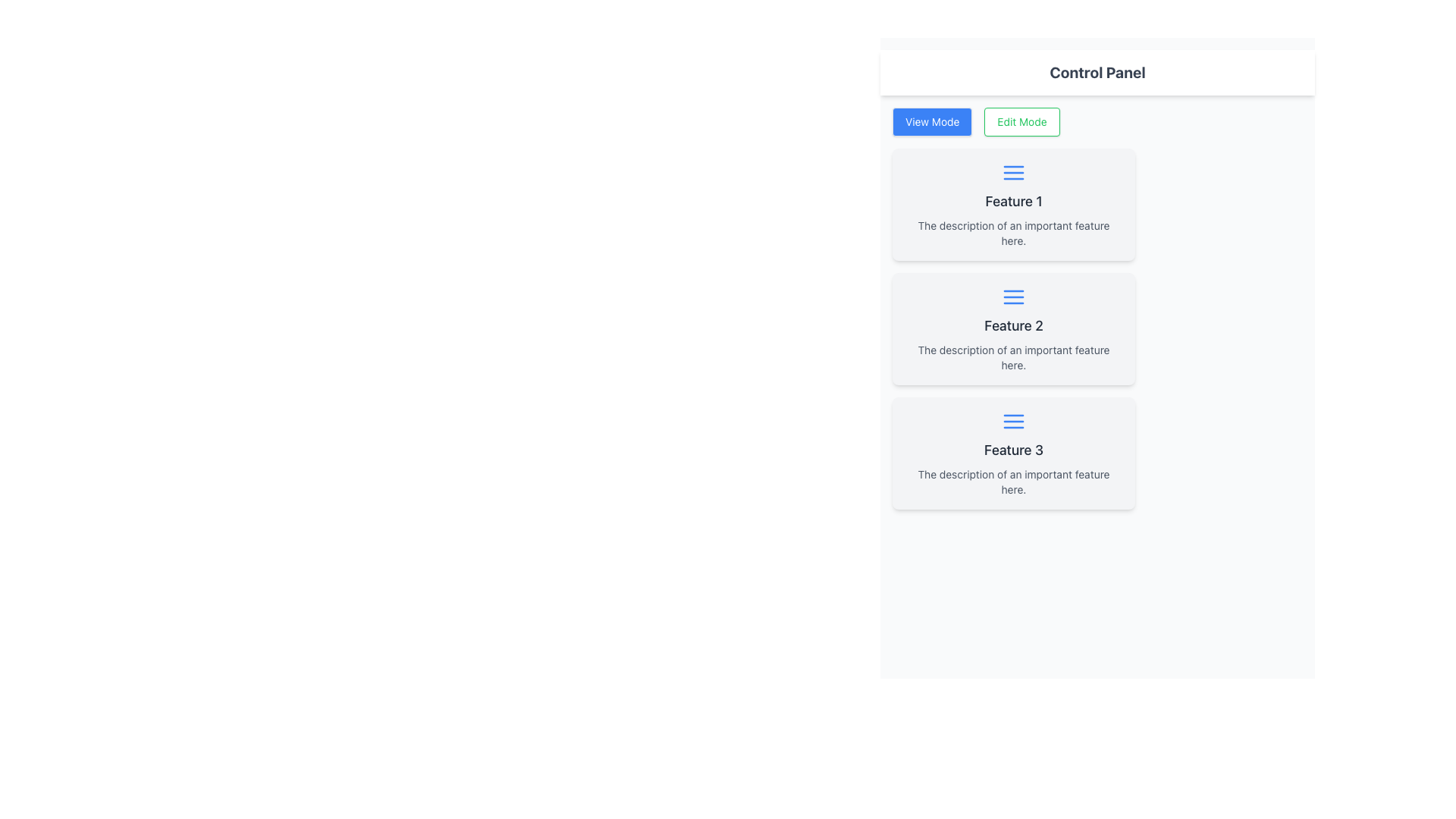  What do you see at coordinates (1014, 171) in the screenshot?
I see `the SVG icon representing 'Feature 1' located at the top of the card` at bounding box center [1014, 171].